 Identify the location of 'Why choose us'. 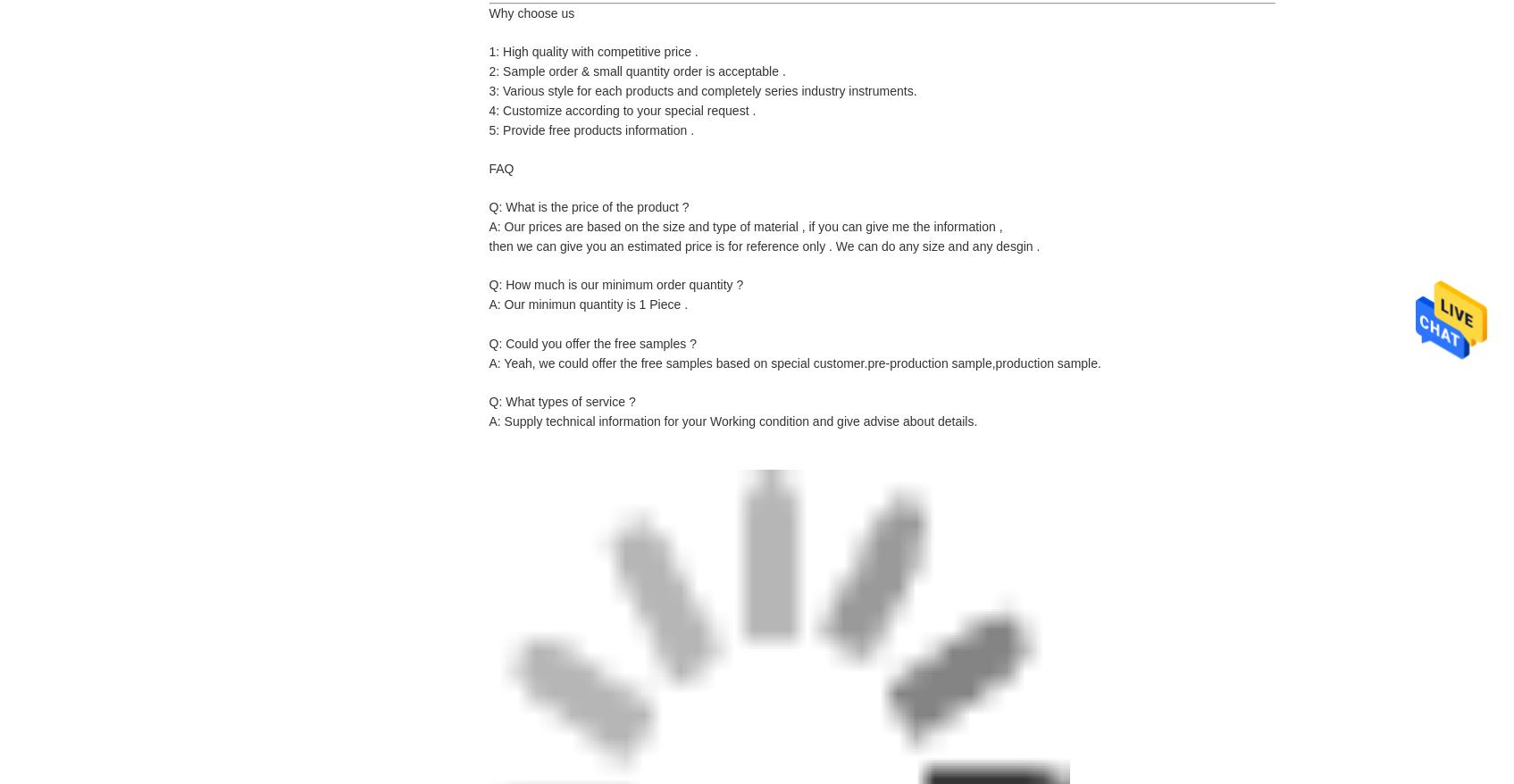
(530, 13).